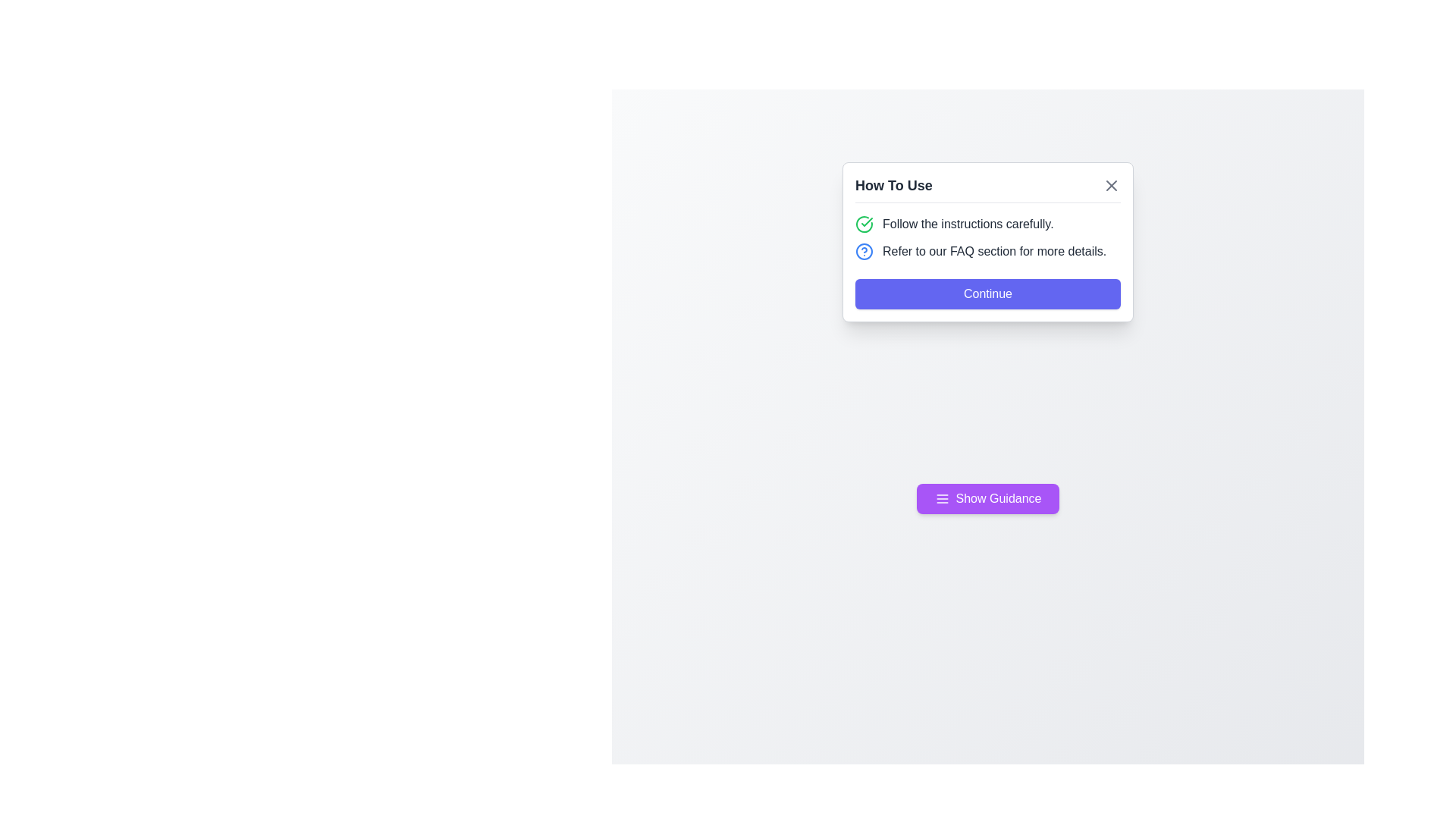 Image resolution: width=1456 pixels, height=819 pixels. Describe the element at coordinates (987, 294) in the screenshot. I see `the rectangular button with rounded corners and blue background labeled 'Continue'` at that location.